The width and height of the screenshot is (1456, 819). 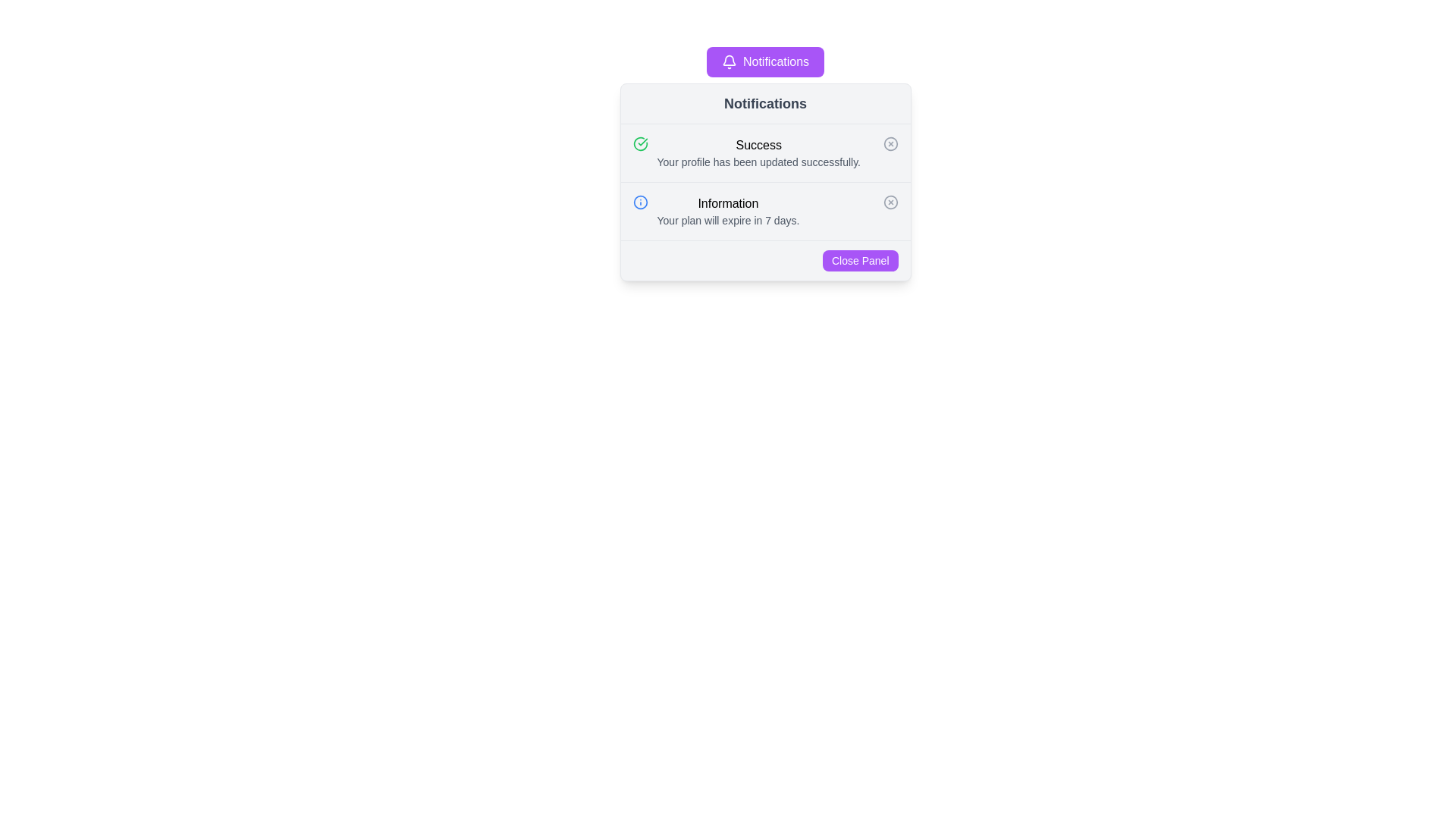 I want to click on the Notifications button with a purple background and bell icon at the top center of the interface, so click(x=765, y=61).